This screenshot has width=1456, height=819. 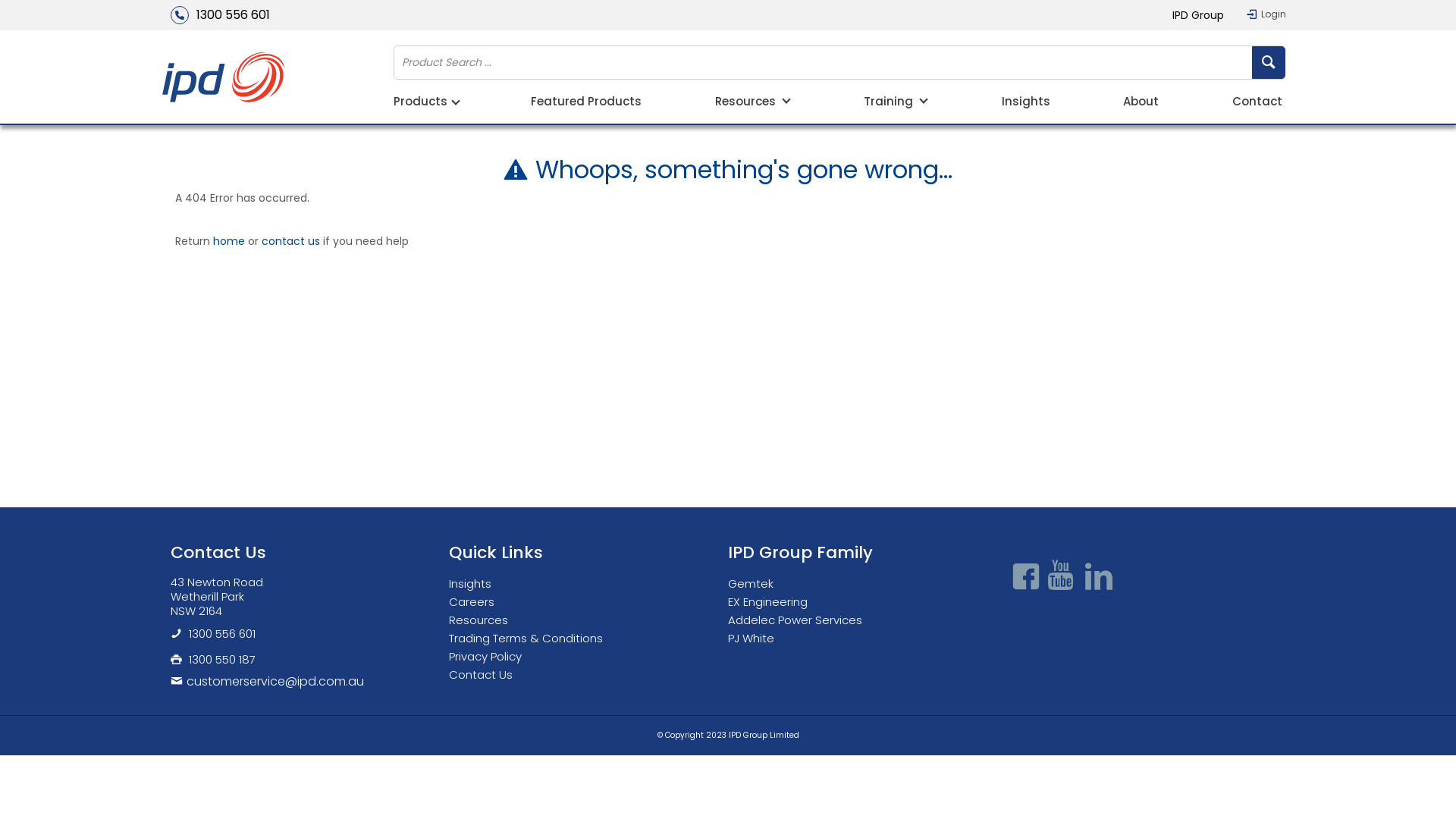 What do you see at coordinates (755, 638) in the screenshot?
I see `'PJ White'` at bounding box center [755, 638].